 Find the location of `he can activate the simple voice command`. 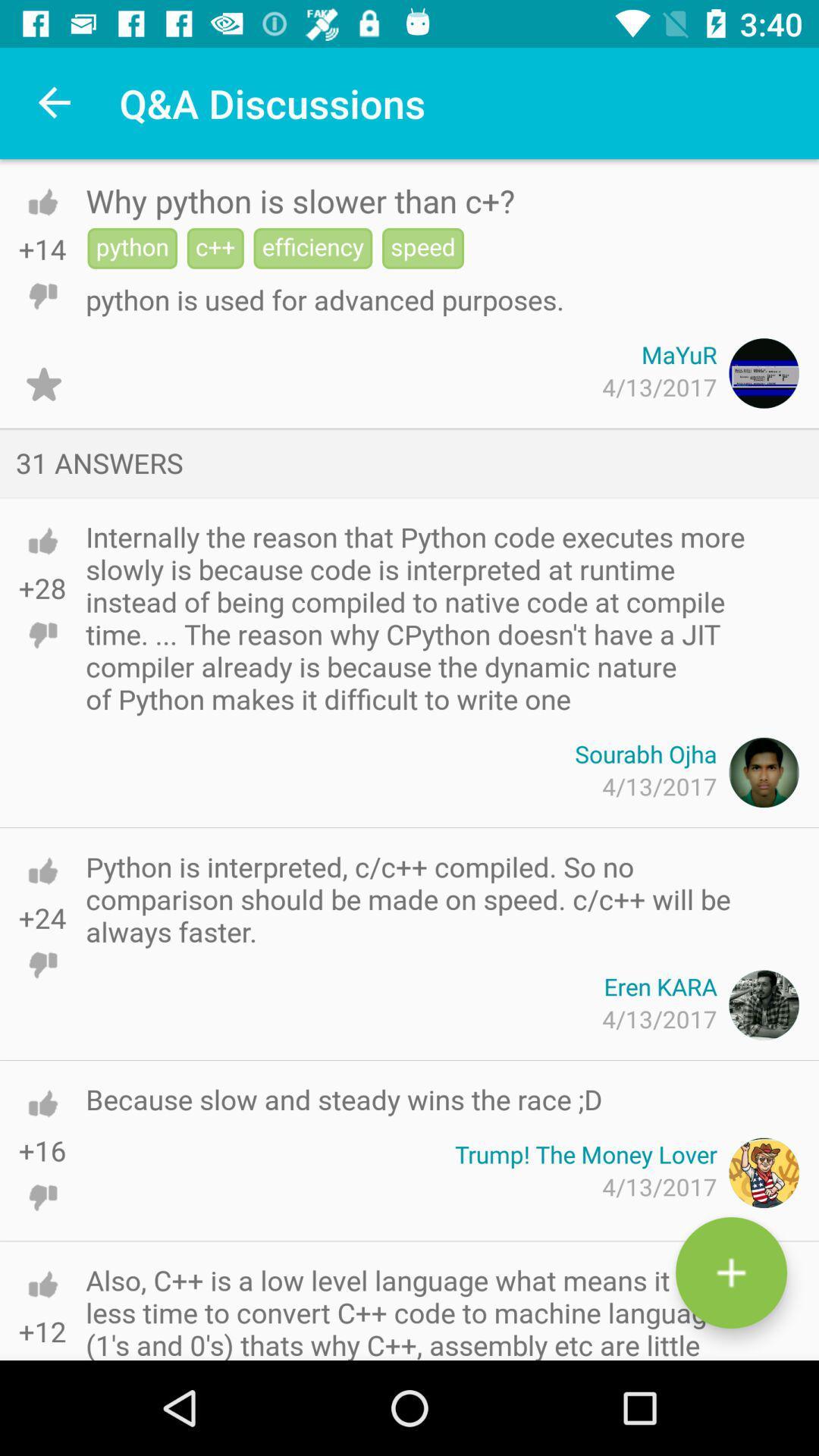

he can activate the simple voice command is located at coordinates (42, 201).